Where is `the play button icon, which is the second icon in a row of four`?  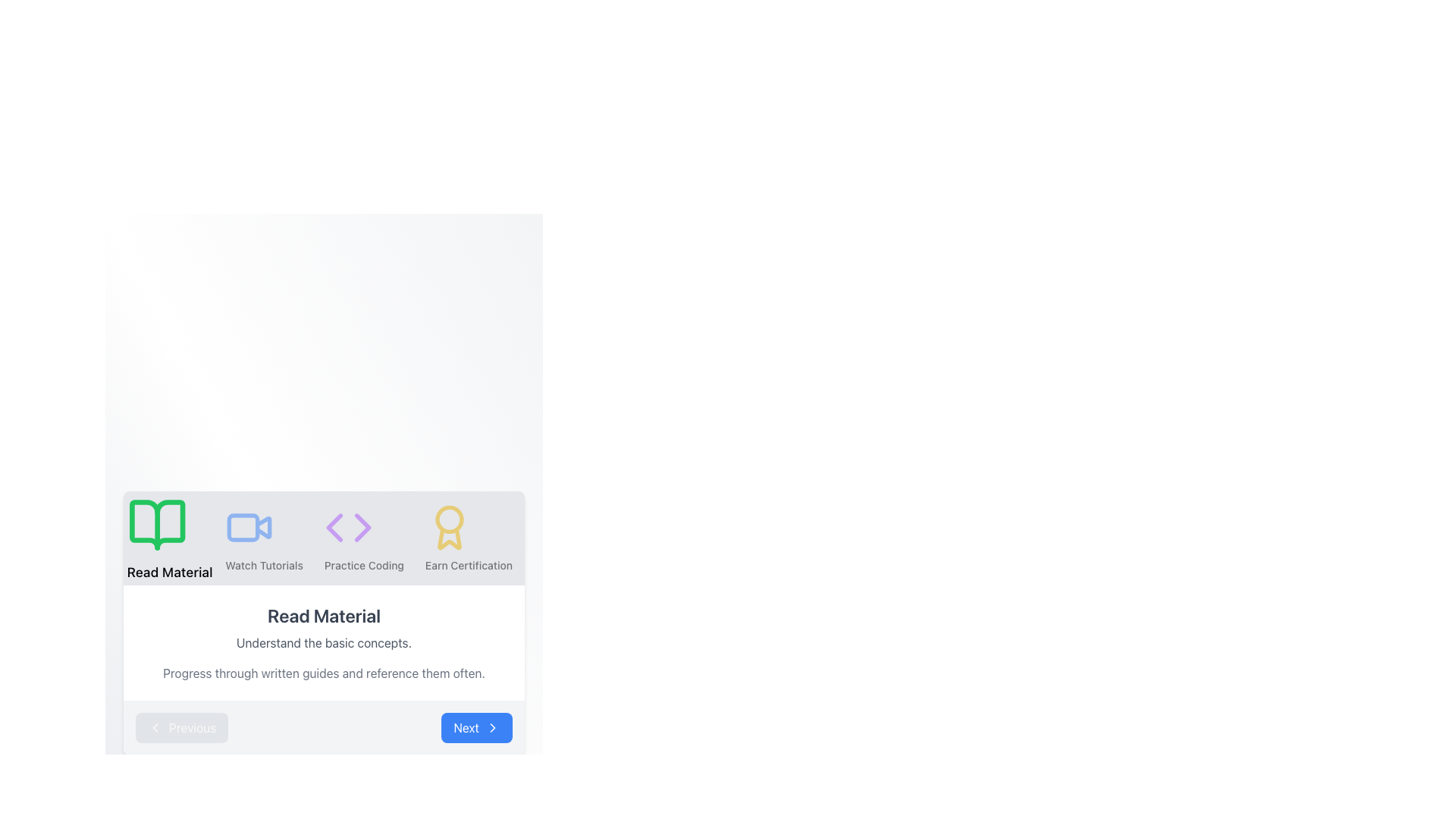
the play button icon, which is the second icon in a row of four is located at coordinates (263, 526).